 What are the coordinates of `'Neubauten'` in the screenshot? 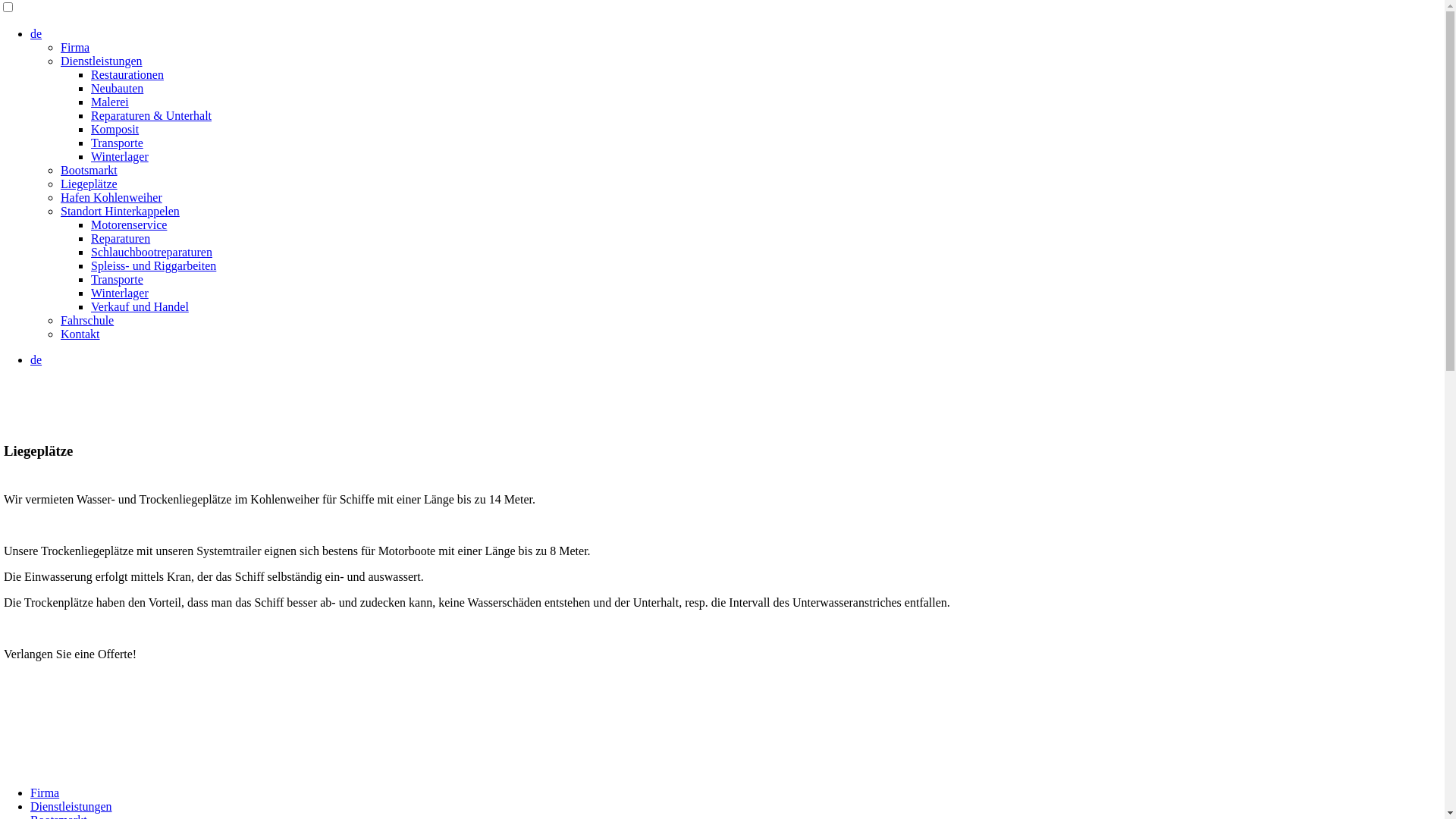 It's located at (116, 88).